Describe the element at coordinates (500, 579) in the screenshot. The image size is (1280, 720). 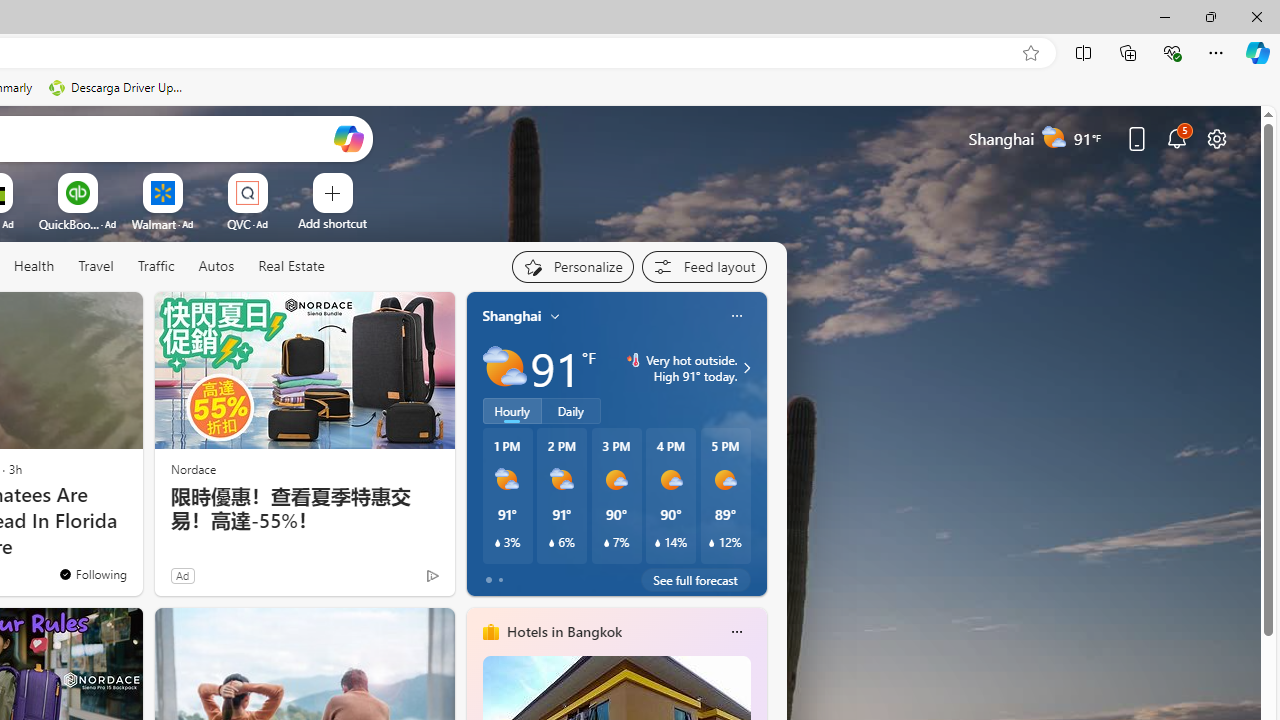
I see `'tab-1'` at that location.